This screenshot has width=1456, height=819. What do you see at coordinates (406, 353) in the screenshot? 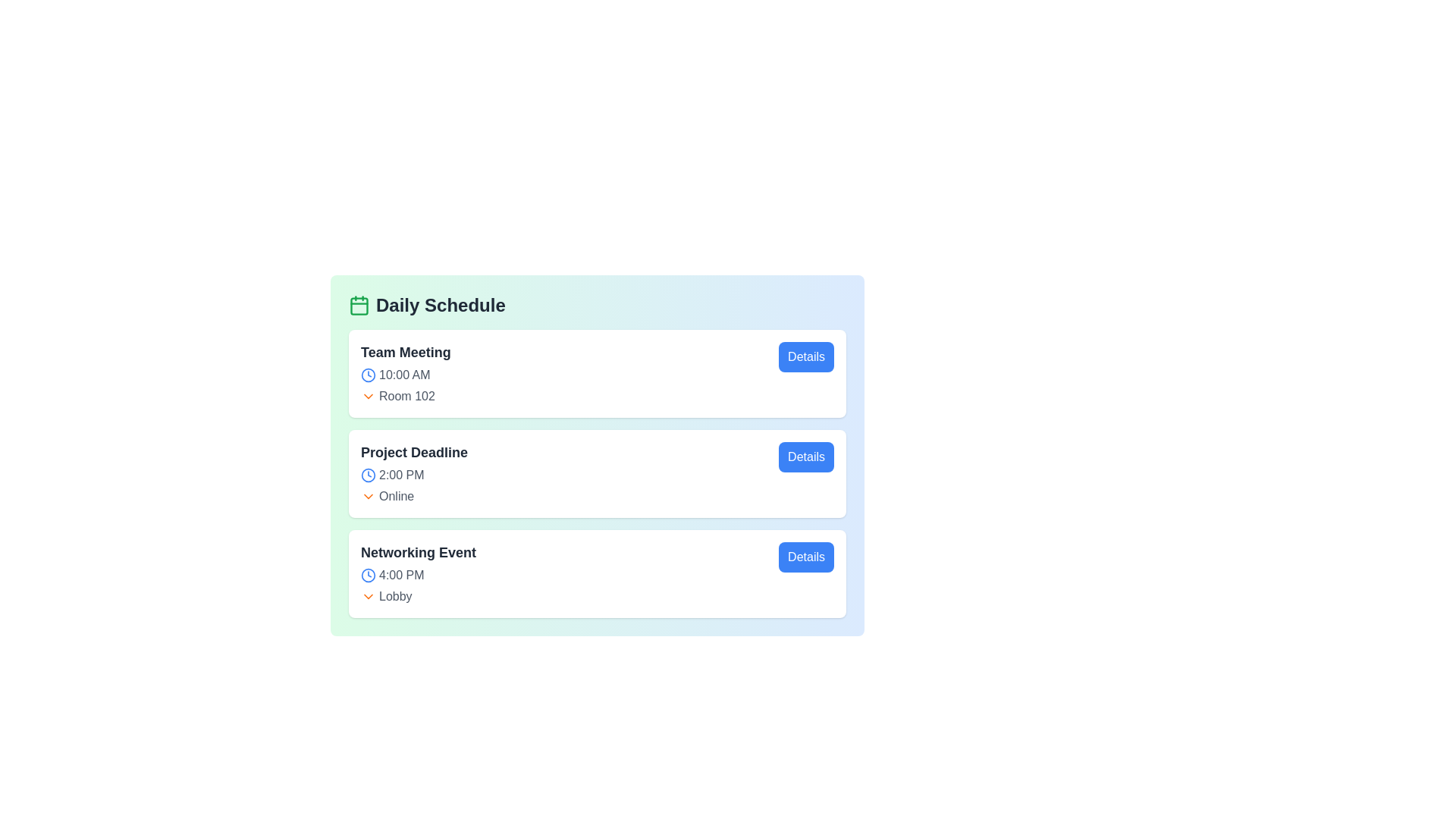
I see `text 'Team Meeting' which is displayed at the top of the first block in the schedule interface, styled in bold and larger font` at bounding box center [406, 353].